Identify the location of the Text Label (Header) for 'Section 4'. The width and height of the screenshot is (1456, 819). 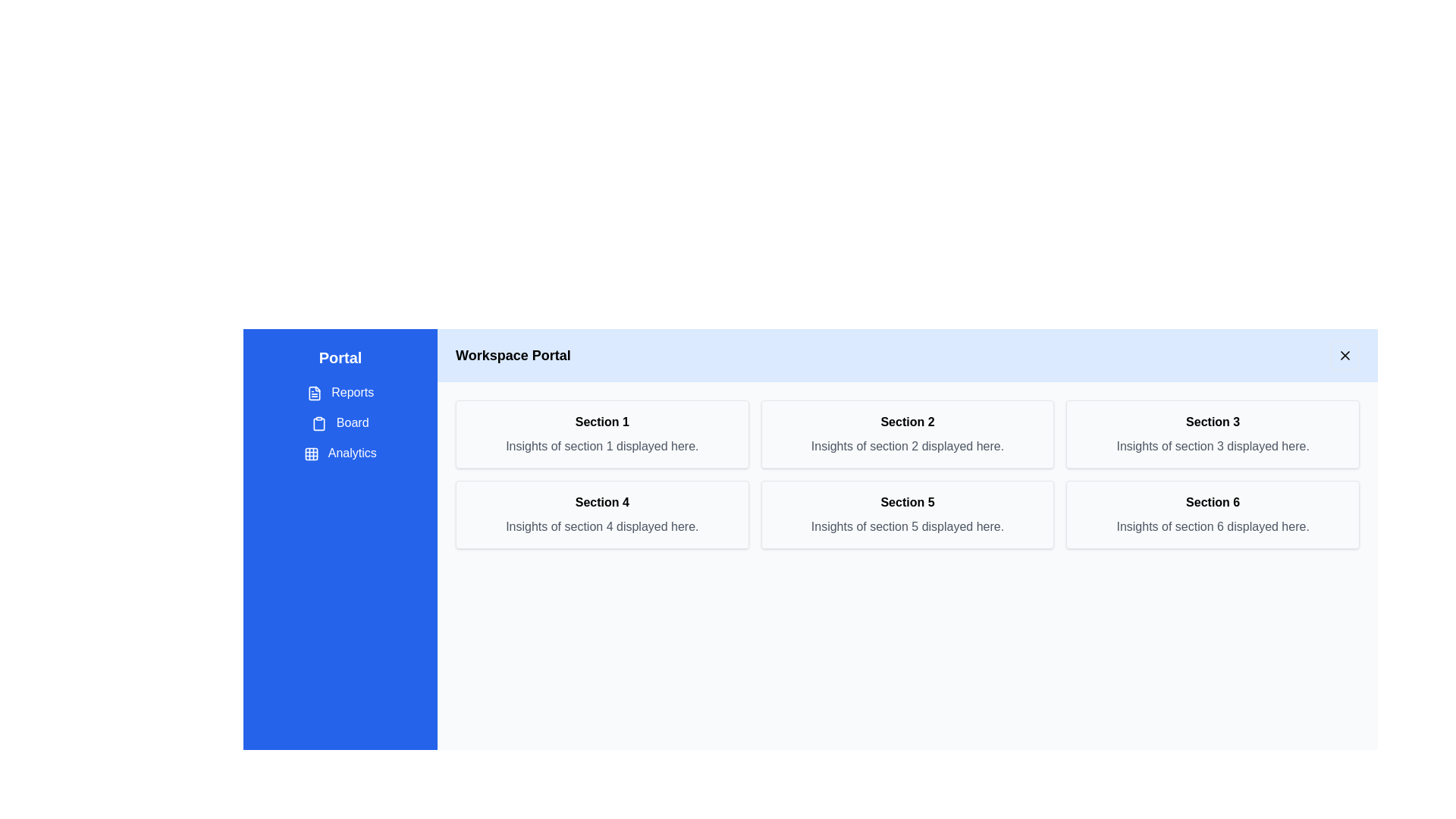
(601, 503).